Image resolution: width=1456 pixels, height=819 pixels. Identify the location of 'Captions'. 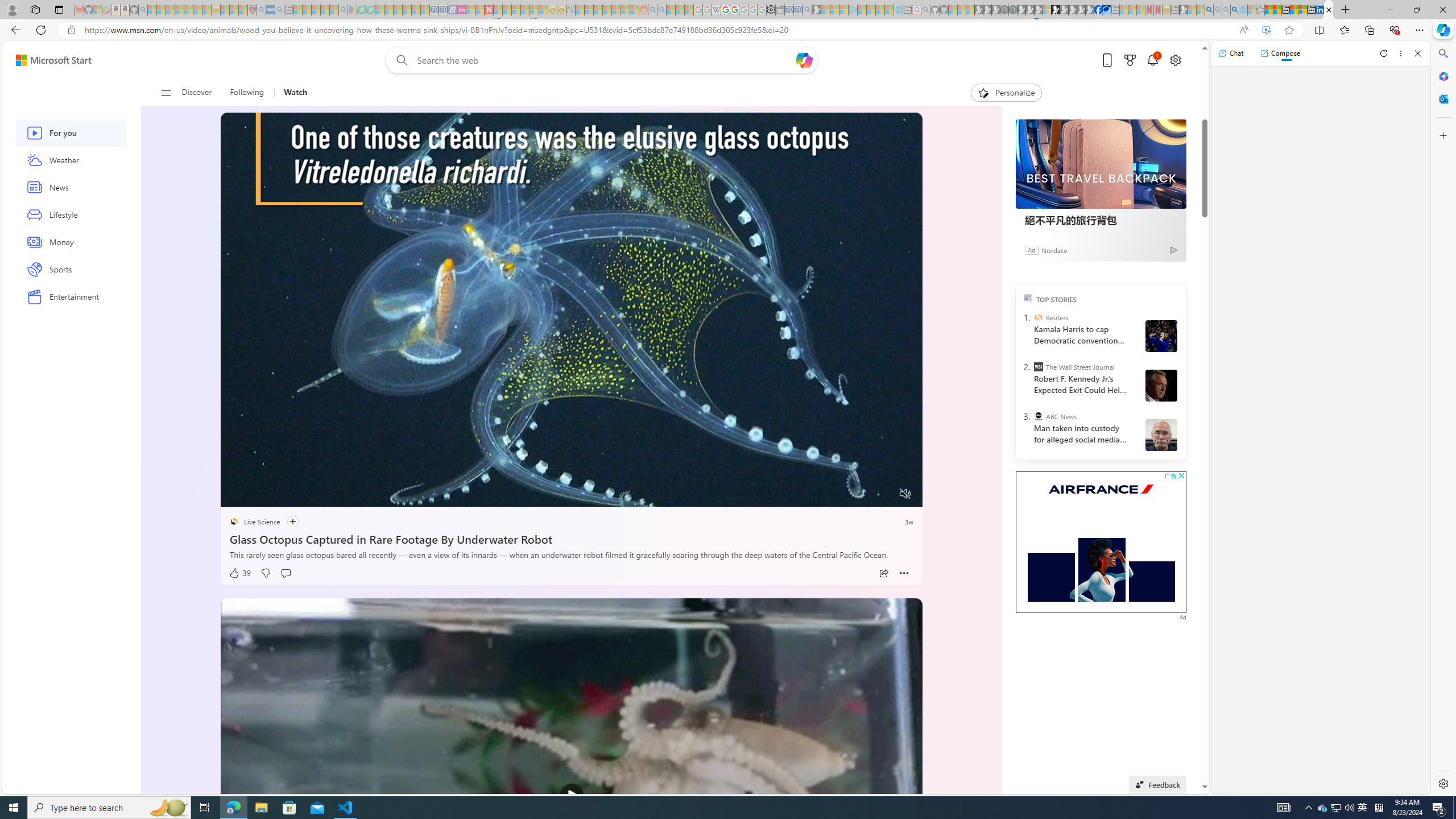
(861, 494).